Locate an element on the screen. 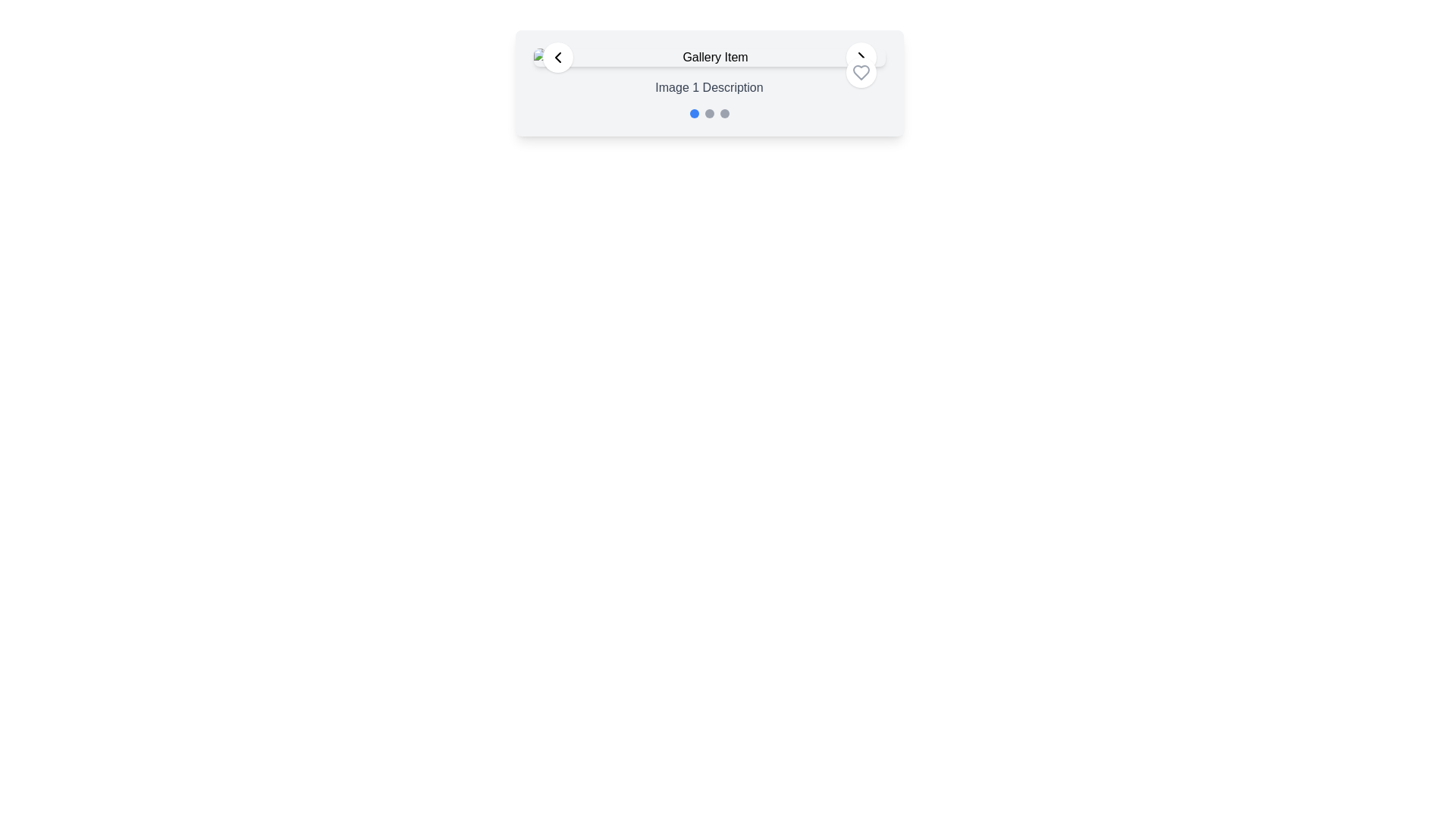 Image resolution: width=1456 pixels, height=819 pixels. the first blue circular pagination indicator located below the 'Image 1 Description' text is located at coordinates (693, 113).